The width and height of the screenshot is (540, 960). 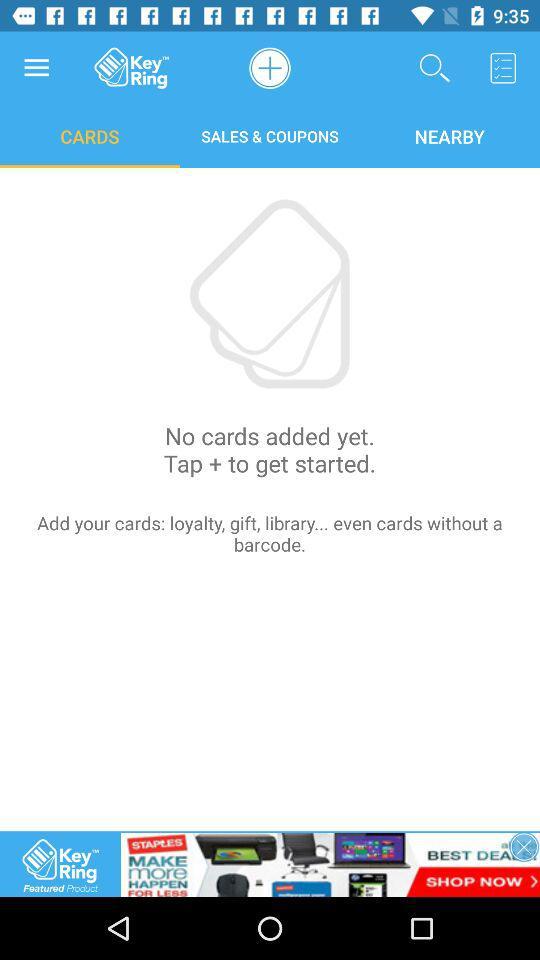 What do you see at coordinates (132, 67) in the screenshot?
I see `the icon which is after the menu` at bounding box center [132, 67].